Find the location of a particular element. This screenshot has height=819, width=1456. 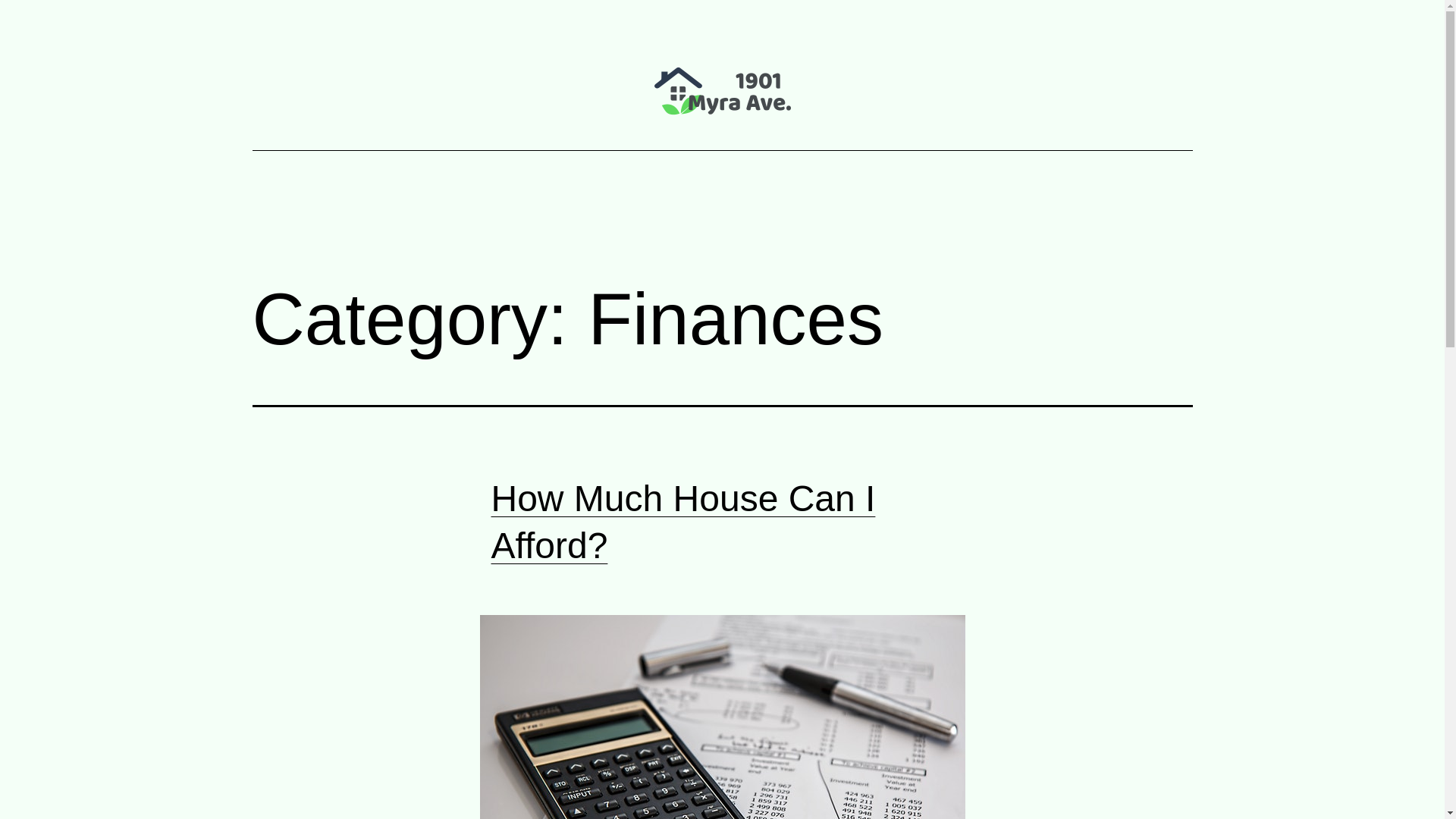

'How Much House Can I Afford?' is located at coordinates (682, 521).